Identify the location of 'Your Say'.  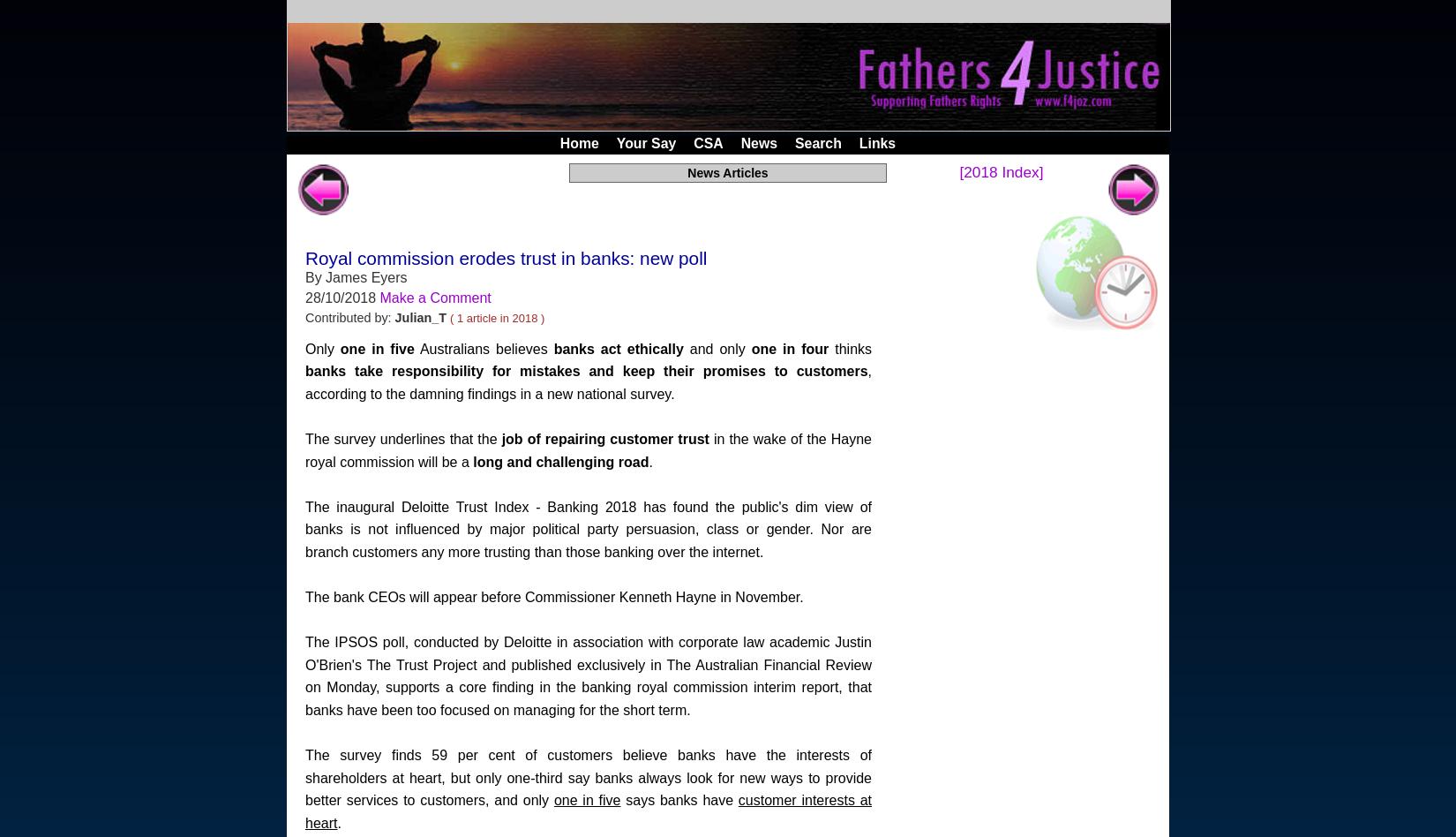
(644, 142).